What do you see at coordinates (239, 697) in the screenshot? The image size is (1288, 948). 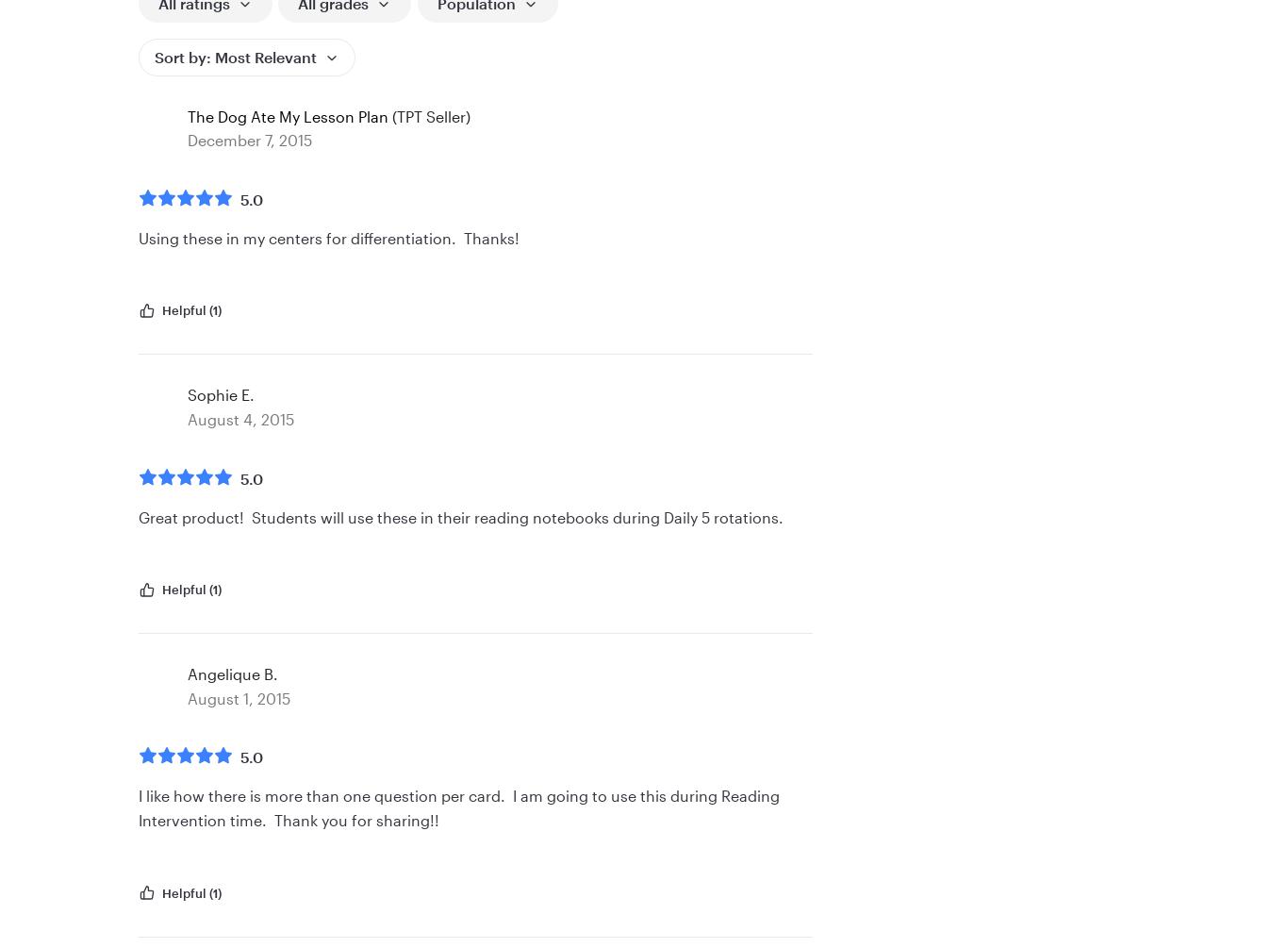 I see `'August 1, 2015'` at bounding box center [239, 697].